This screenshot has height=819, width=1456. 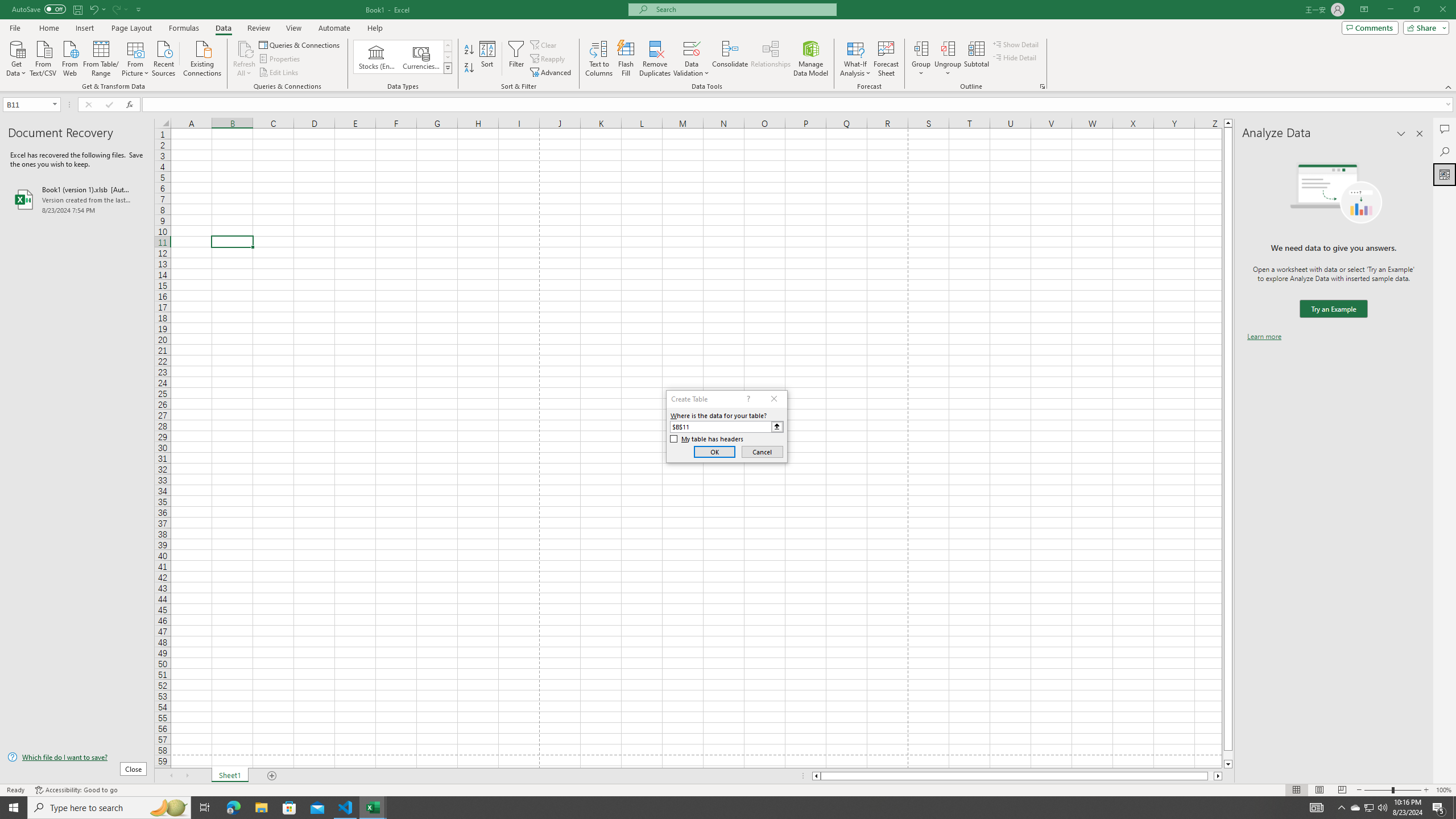 I want to click on 'Stocks (English)', so click(x=375, y=56).